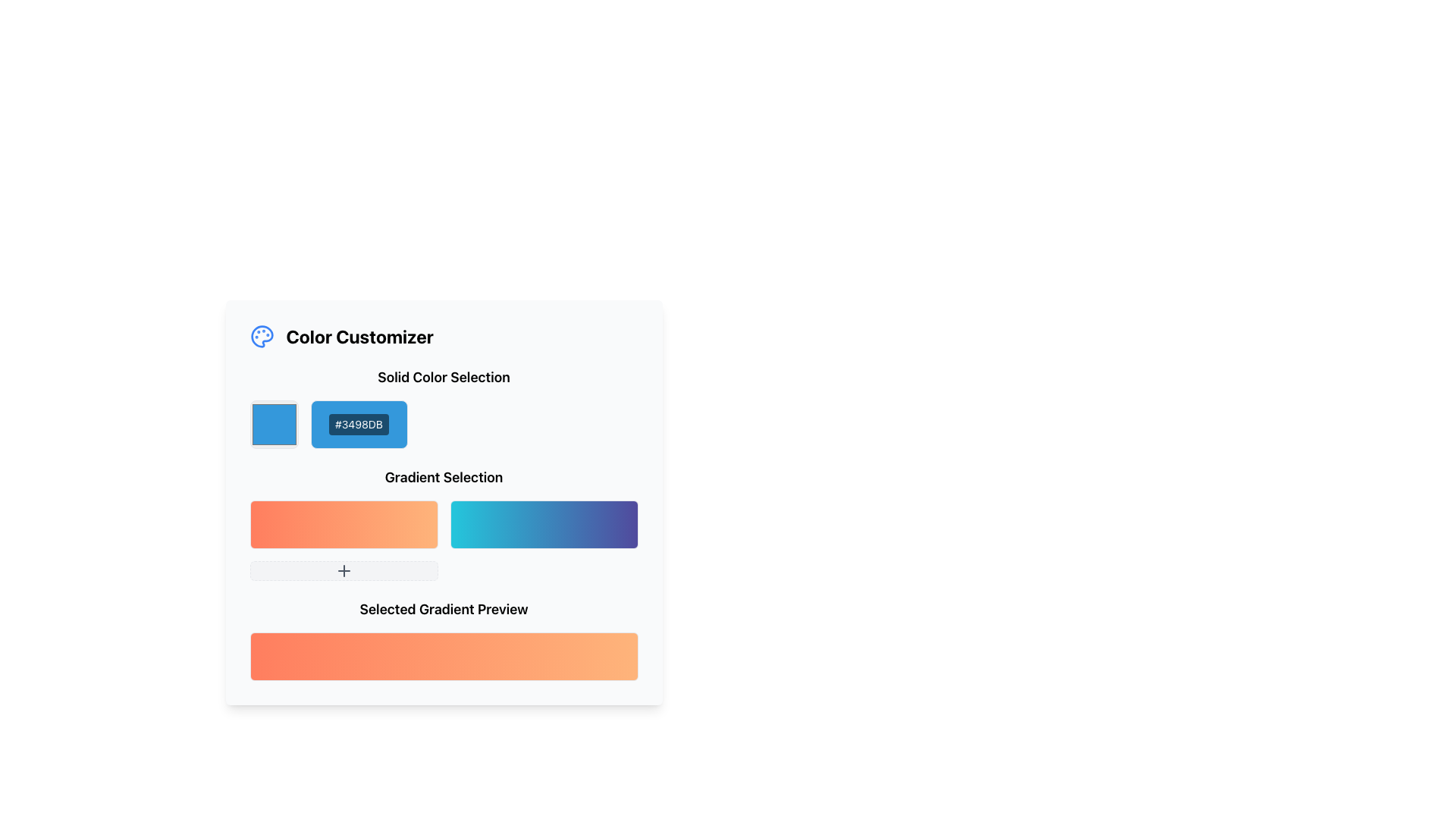 The image size is (1456, 819). Describe the element at coordinates (443, 503) in the screenshot. I see `the color swatch in the central color customization card interface, which allows users` at that location.